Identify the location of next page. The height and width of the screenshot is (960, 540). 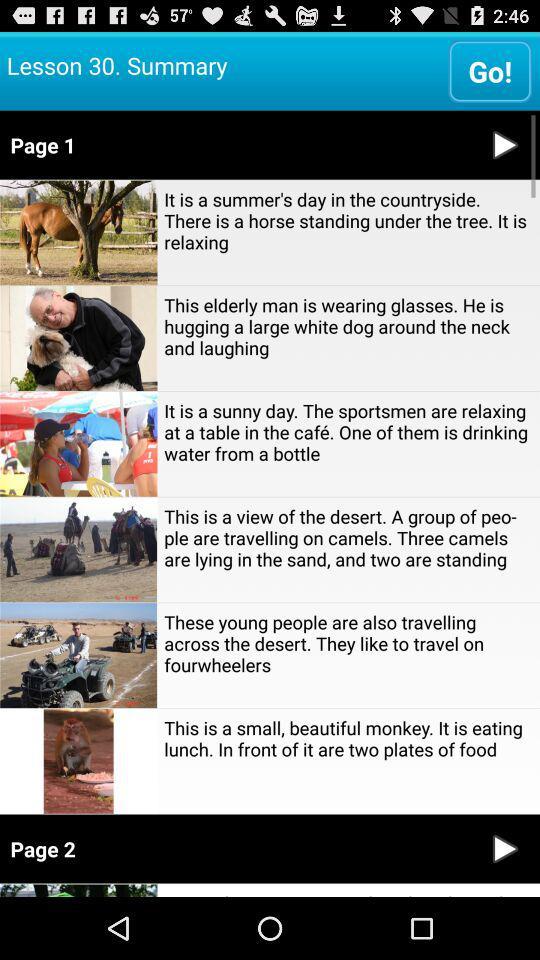
(504, 848).